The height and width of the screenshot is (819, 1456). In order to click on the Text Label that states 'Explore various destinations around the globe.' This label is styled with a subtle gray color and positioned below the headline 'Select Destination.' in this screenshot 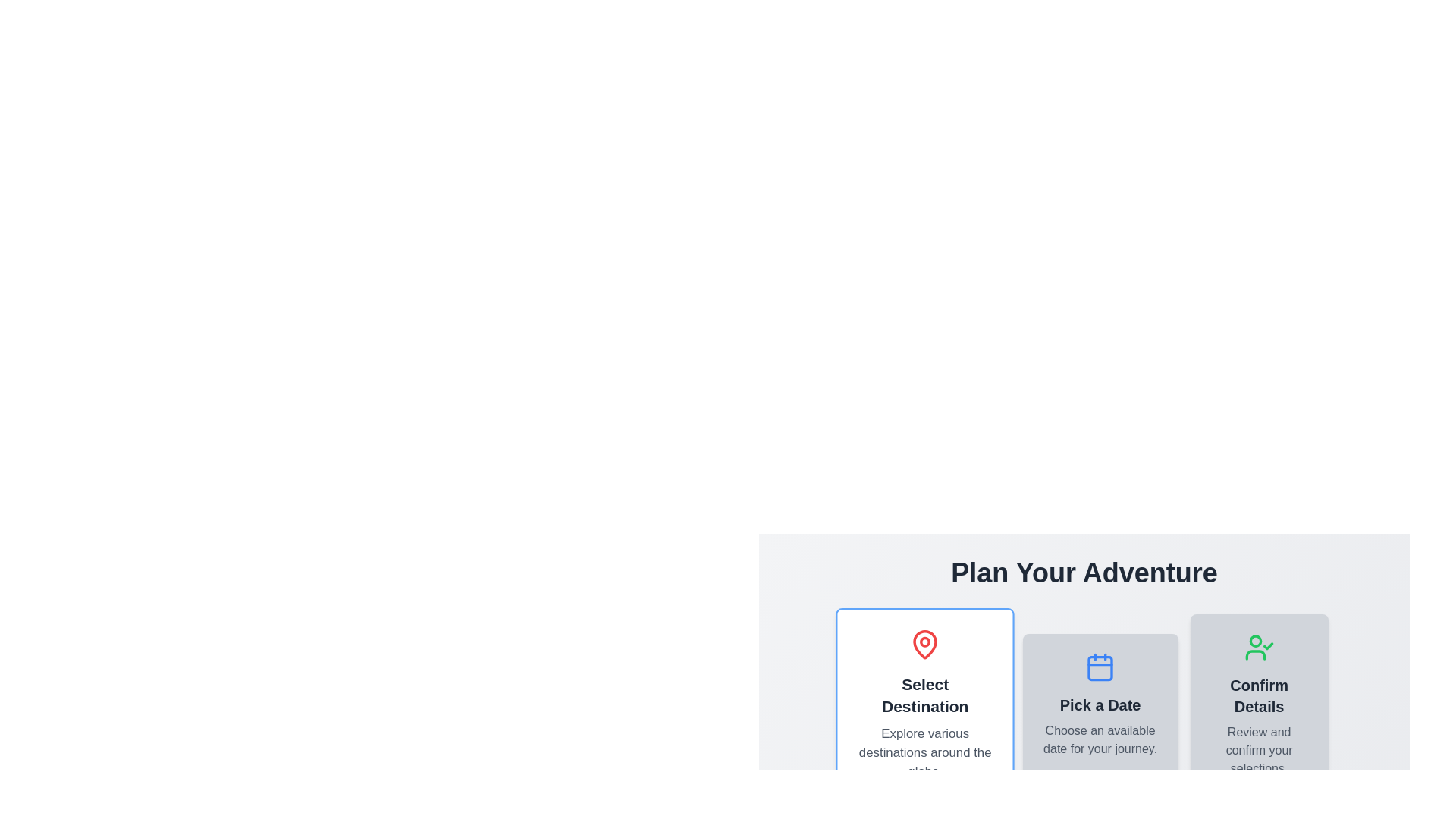, I will do `click(924, 752)`.